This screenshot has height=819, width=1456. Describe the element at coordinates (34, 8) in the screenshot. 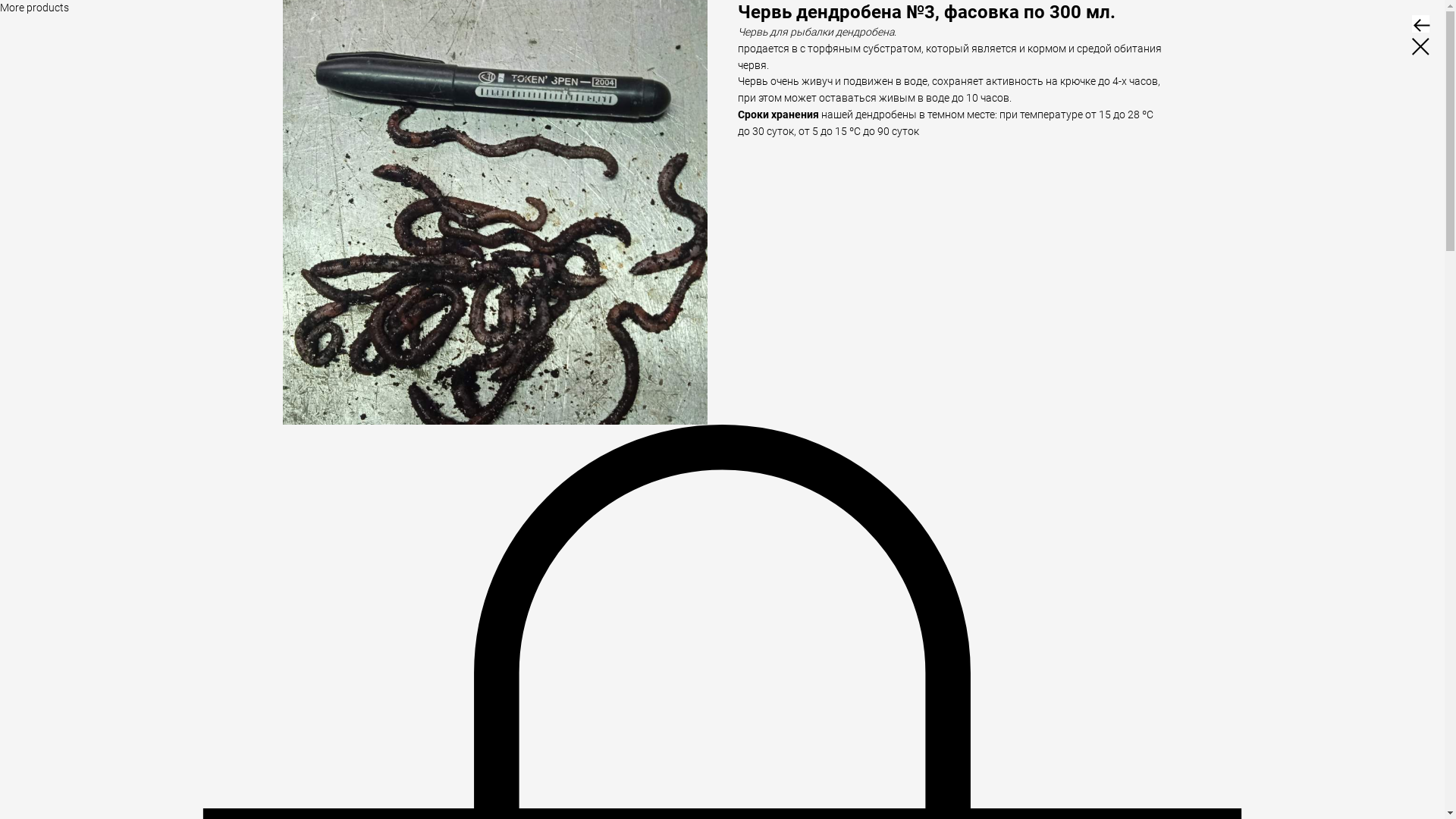

I see `'More products'` at that location.